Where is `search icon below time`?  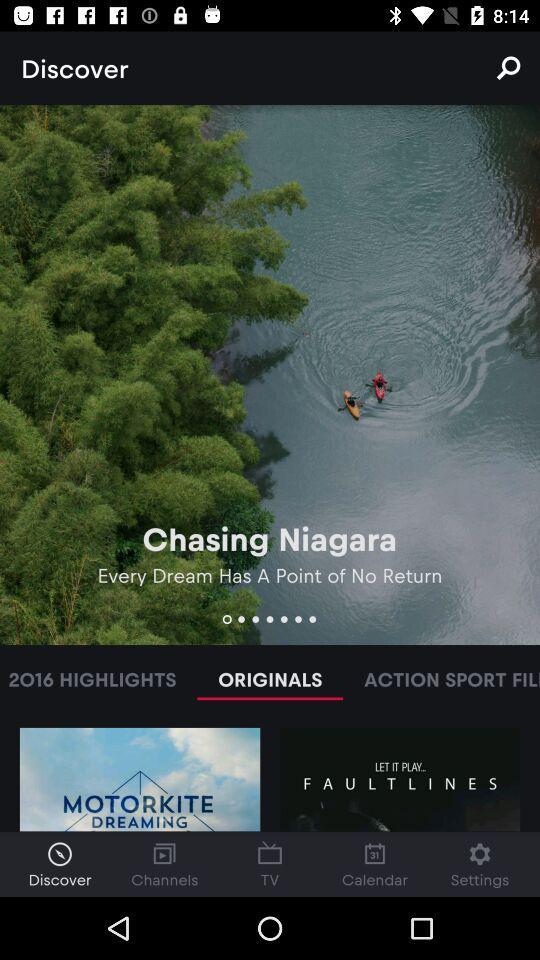
search icon below time is located at coordinates (508, 68).